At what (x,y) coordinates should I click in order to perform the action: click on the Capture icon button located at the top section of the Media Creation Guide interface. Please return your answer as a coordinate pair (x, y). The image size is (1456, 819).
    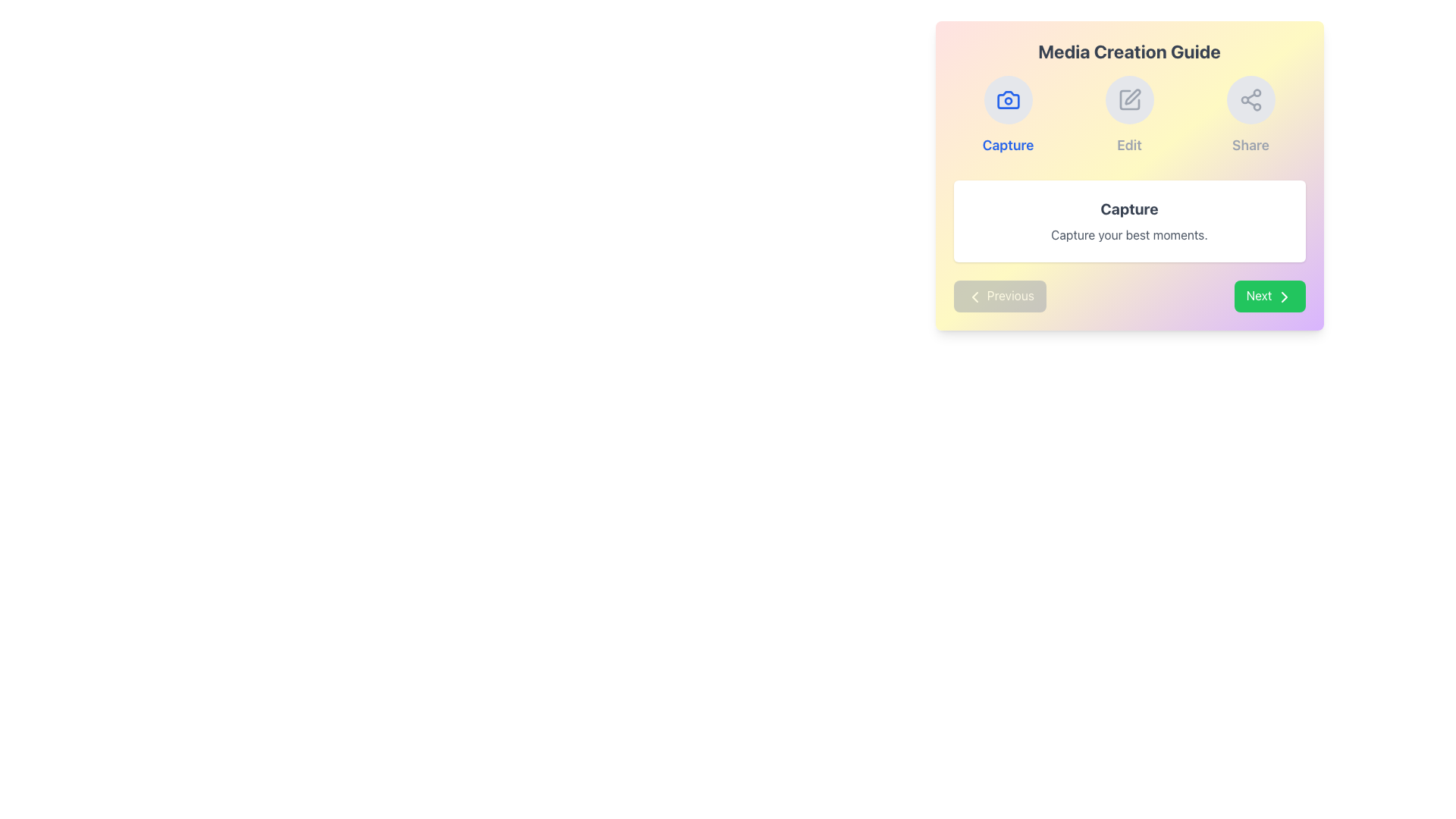
    Looking at the image, I should click on (1008, 99).